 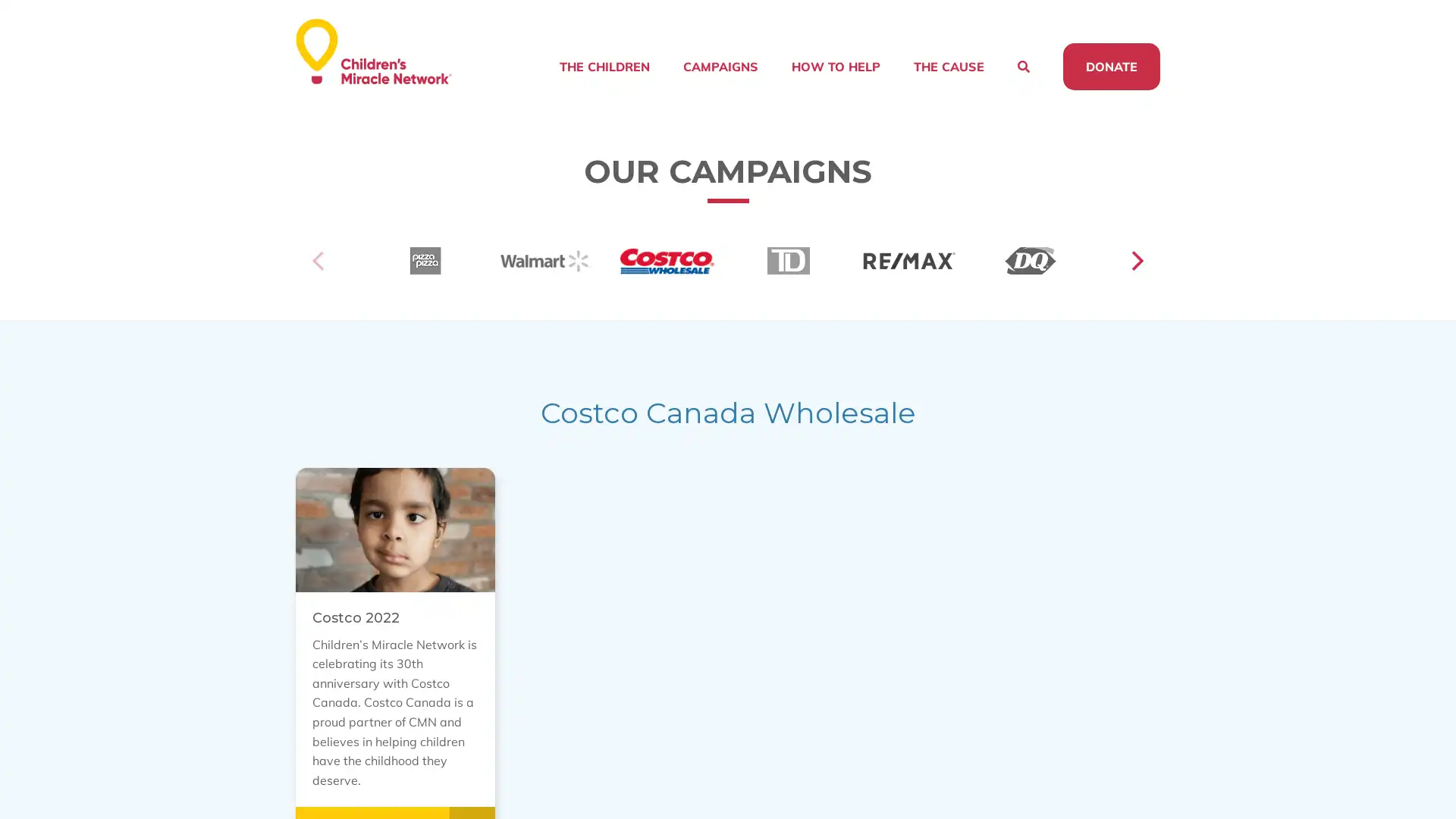 I want to click on Previous, so click(x=319, y=280).